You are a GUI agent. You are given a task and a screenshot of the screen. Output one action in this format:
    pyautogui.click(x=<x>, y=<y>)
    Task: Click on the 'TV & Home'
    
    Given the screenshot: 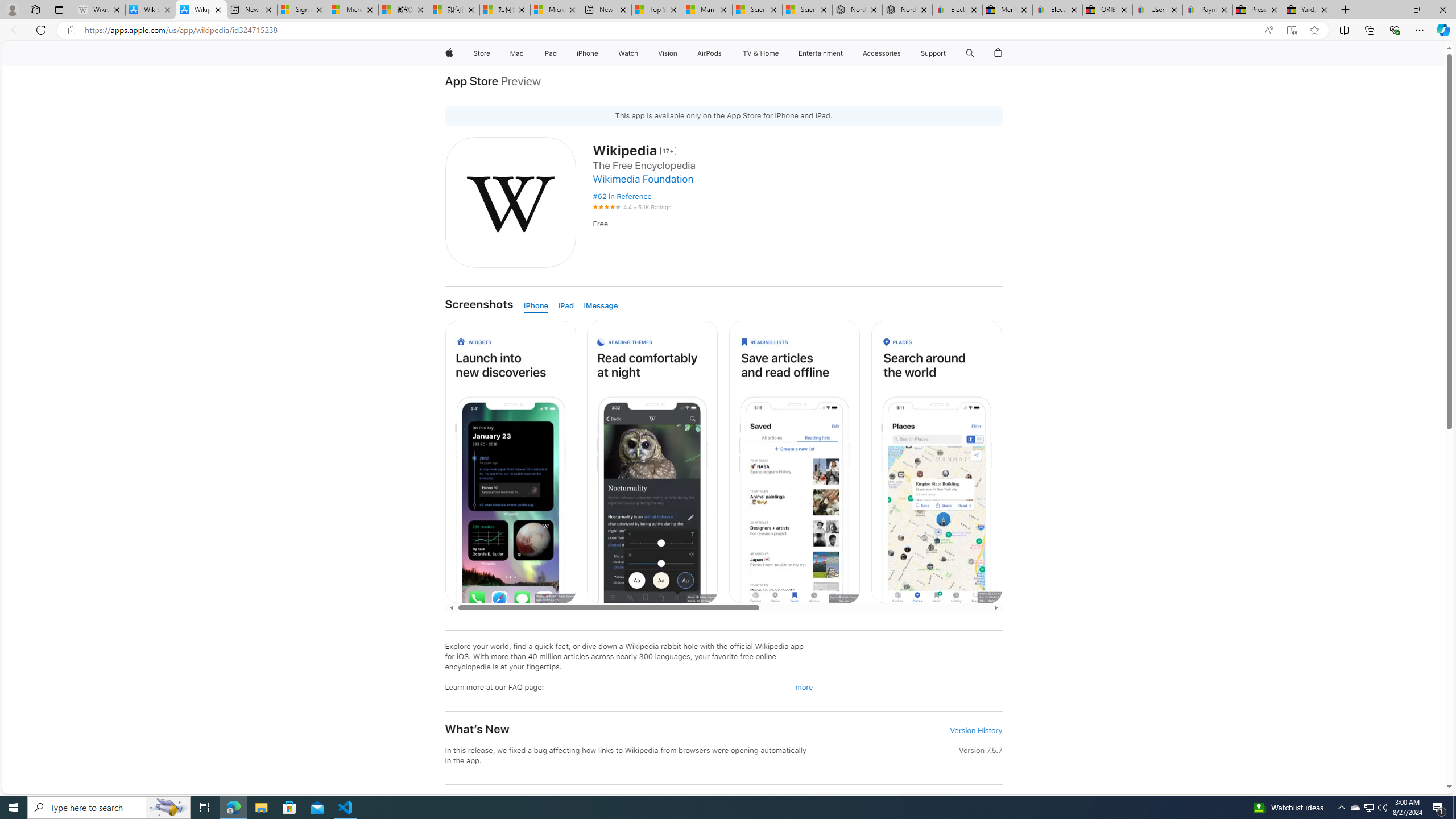 What is the action you would take?
    pyautogui.click(x=760, y=53)
    